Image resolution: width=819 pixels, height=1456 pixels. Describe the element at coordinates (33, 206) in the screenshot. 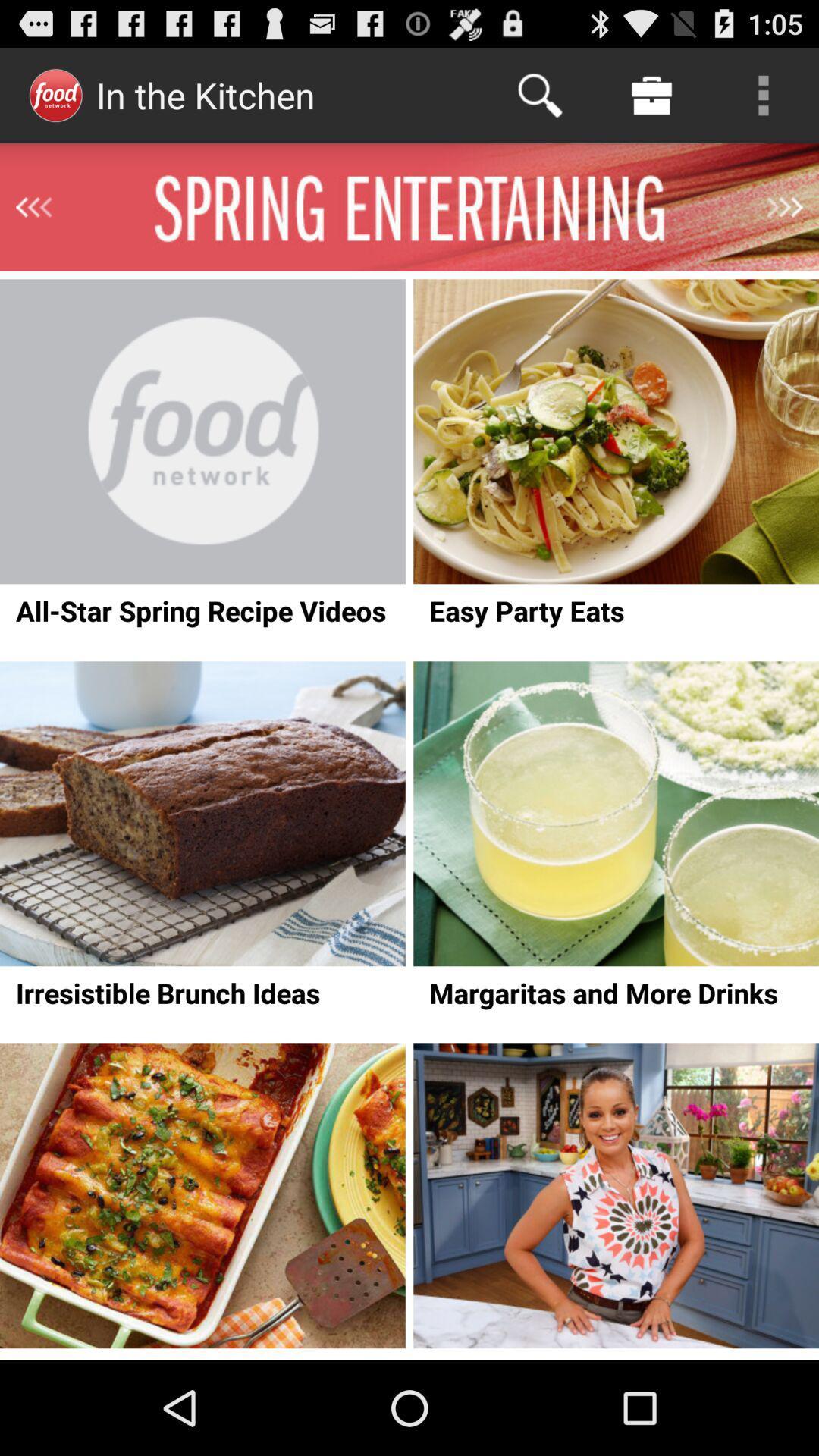

I see `go back` at that location.